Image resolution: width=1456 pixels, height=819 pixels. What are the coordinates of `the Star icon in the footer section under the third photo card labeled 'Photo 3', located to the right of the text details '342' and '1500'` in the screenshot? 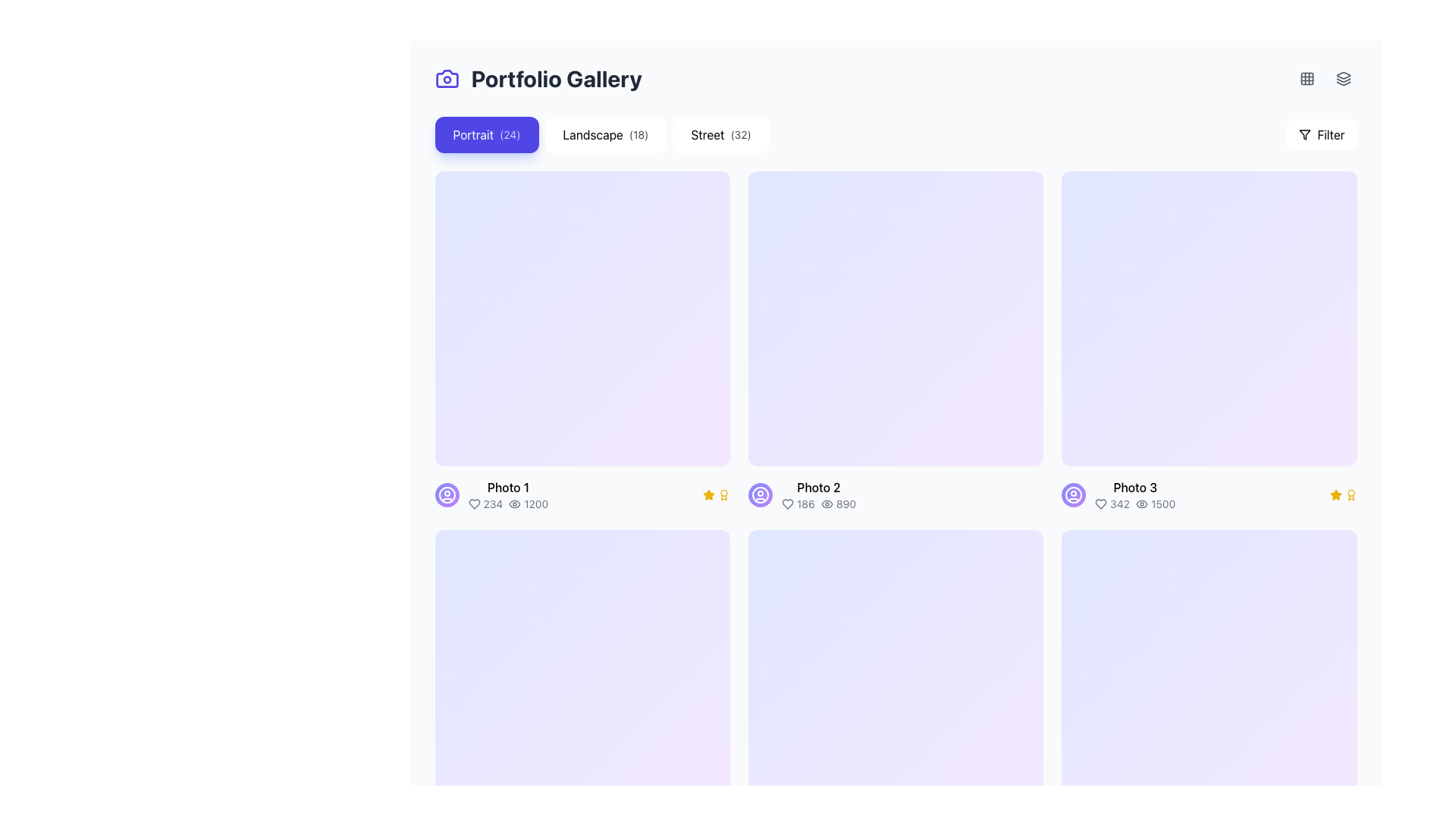 It's located at (1335, 495).